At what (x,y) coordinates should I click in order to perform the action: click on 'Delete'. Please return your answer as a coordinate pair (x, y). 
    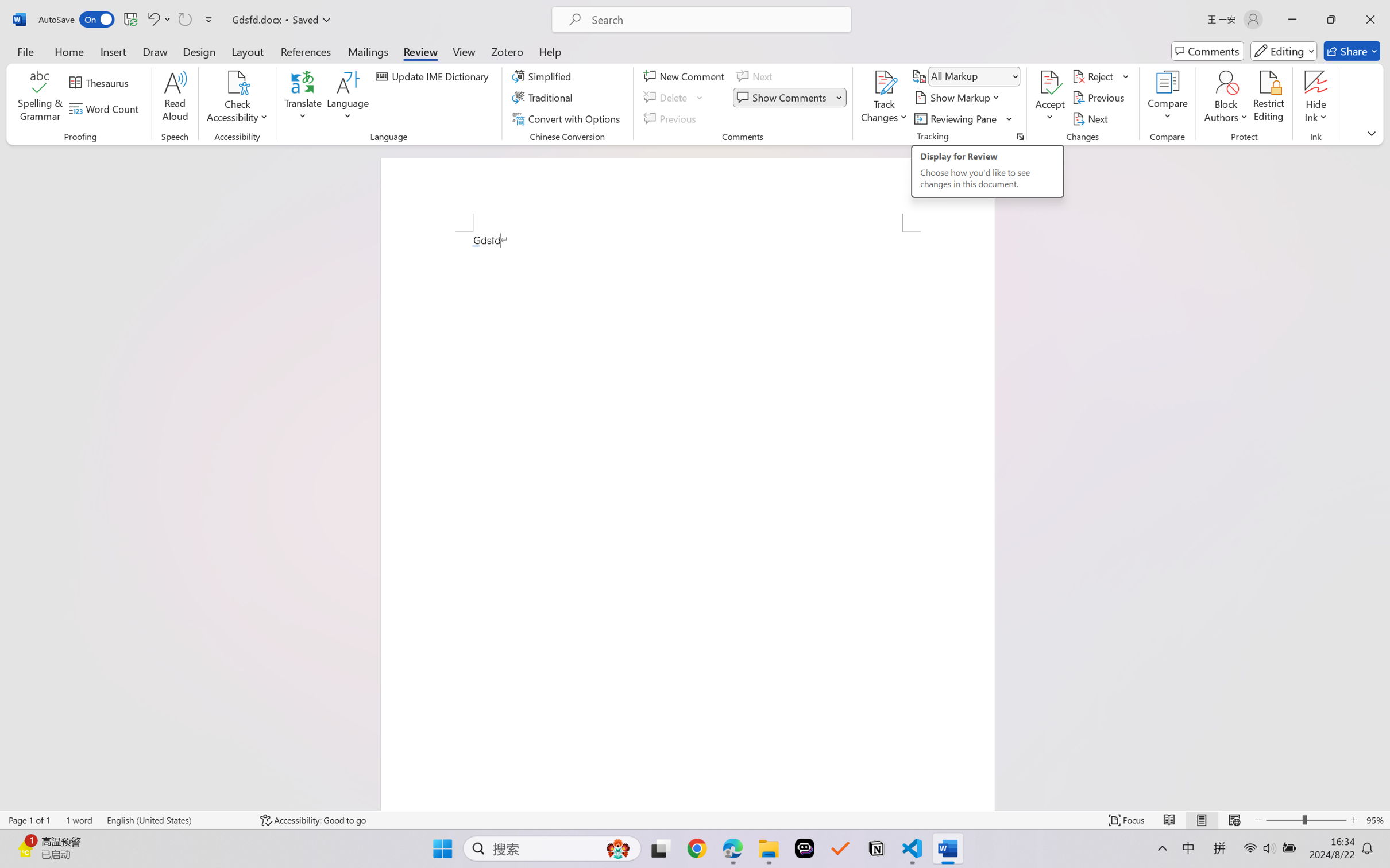
    Looking at the image, I should click on (674, 98).